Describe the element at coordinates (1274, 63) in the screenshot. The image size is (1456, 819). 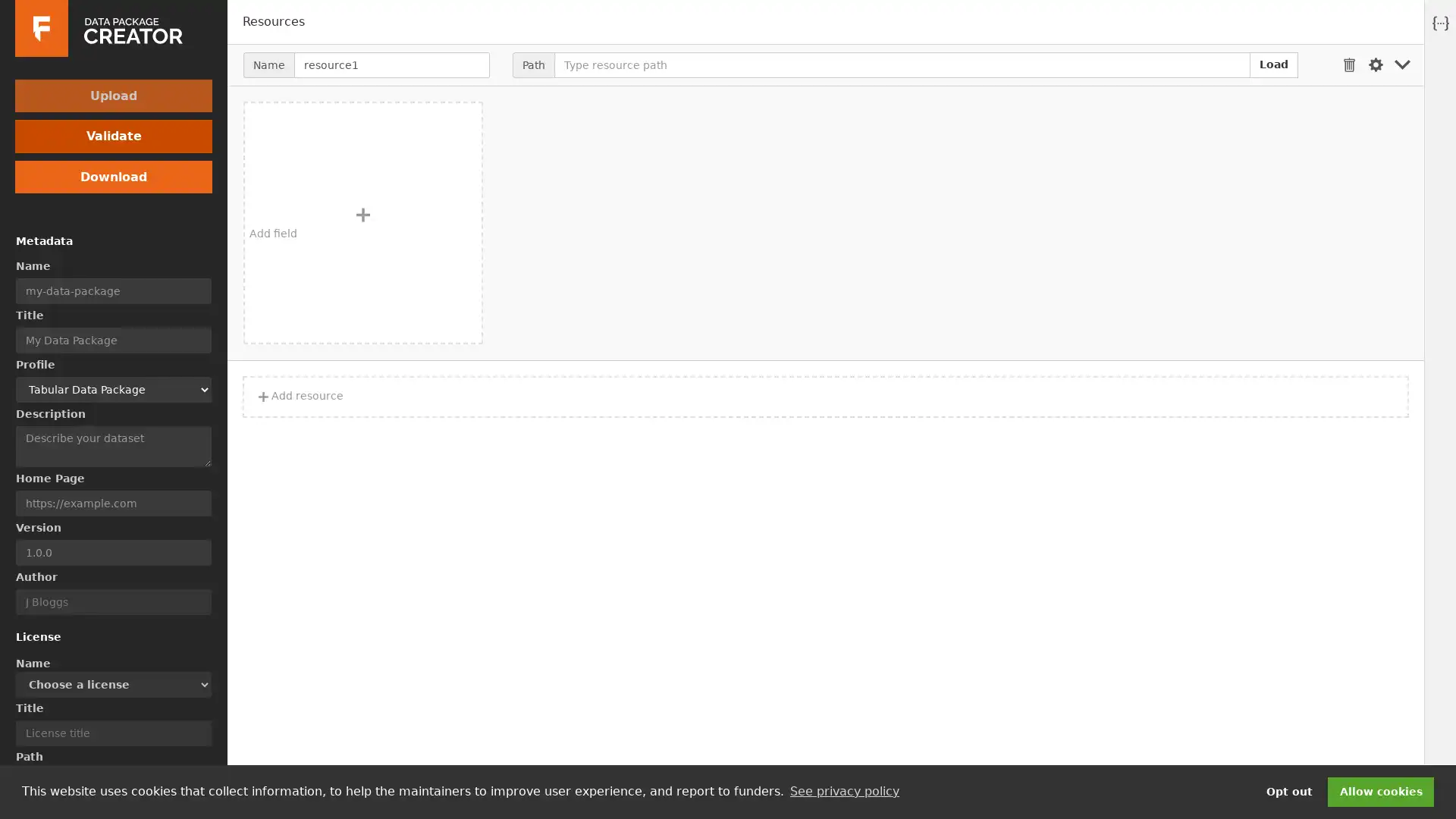
I see `Load` at that location.